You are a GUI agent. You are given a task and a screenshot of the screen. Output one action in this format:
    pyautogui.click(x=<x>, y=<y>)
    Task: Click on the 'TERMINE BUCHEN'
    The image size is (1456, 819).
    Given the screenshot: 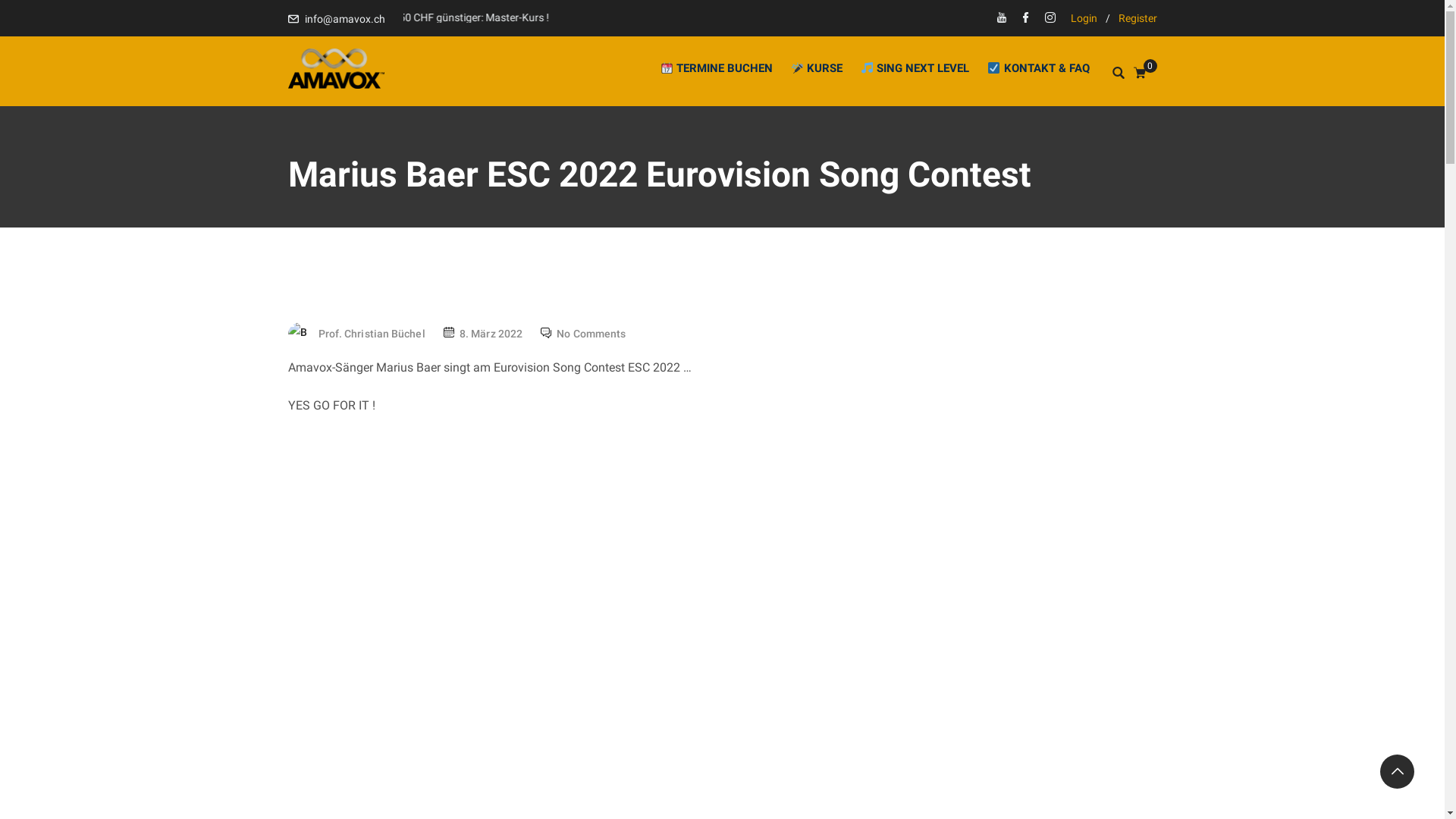 What is the action you would take?
    pyautogui.click(x=716, y=67)
    